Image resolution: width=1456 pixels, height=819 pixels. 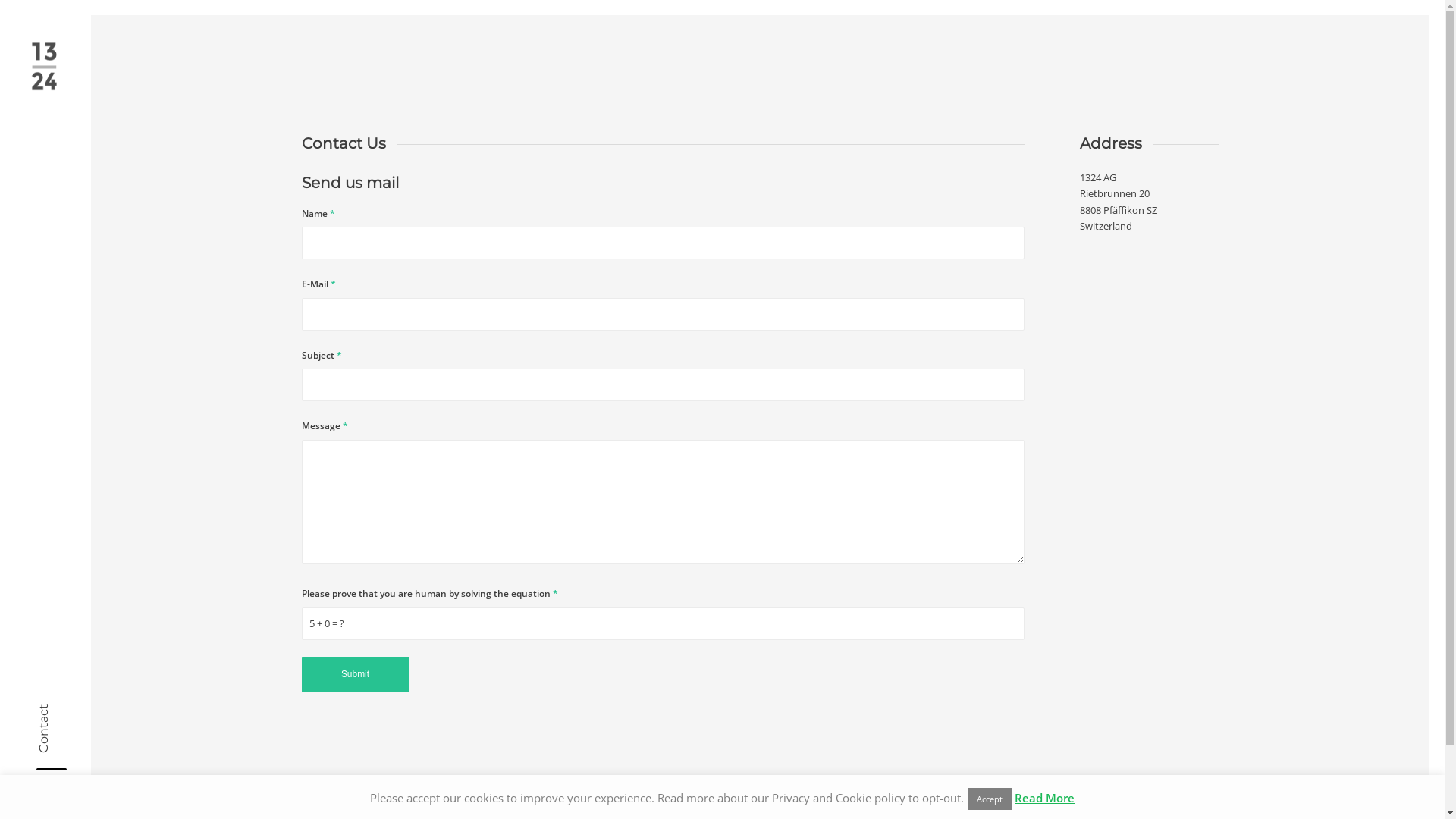 What do you see at coordinates (355, 673) in the screenshot?
I see `'Submit'` at bounding box center [355, 673].